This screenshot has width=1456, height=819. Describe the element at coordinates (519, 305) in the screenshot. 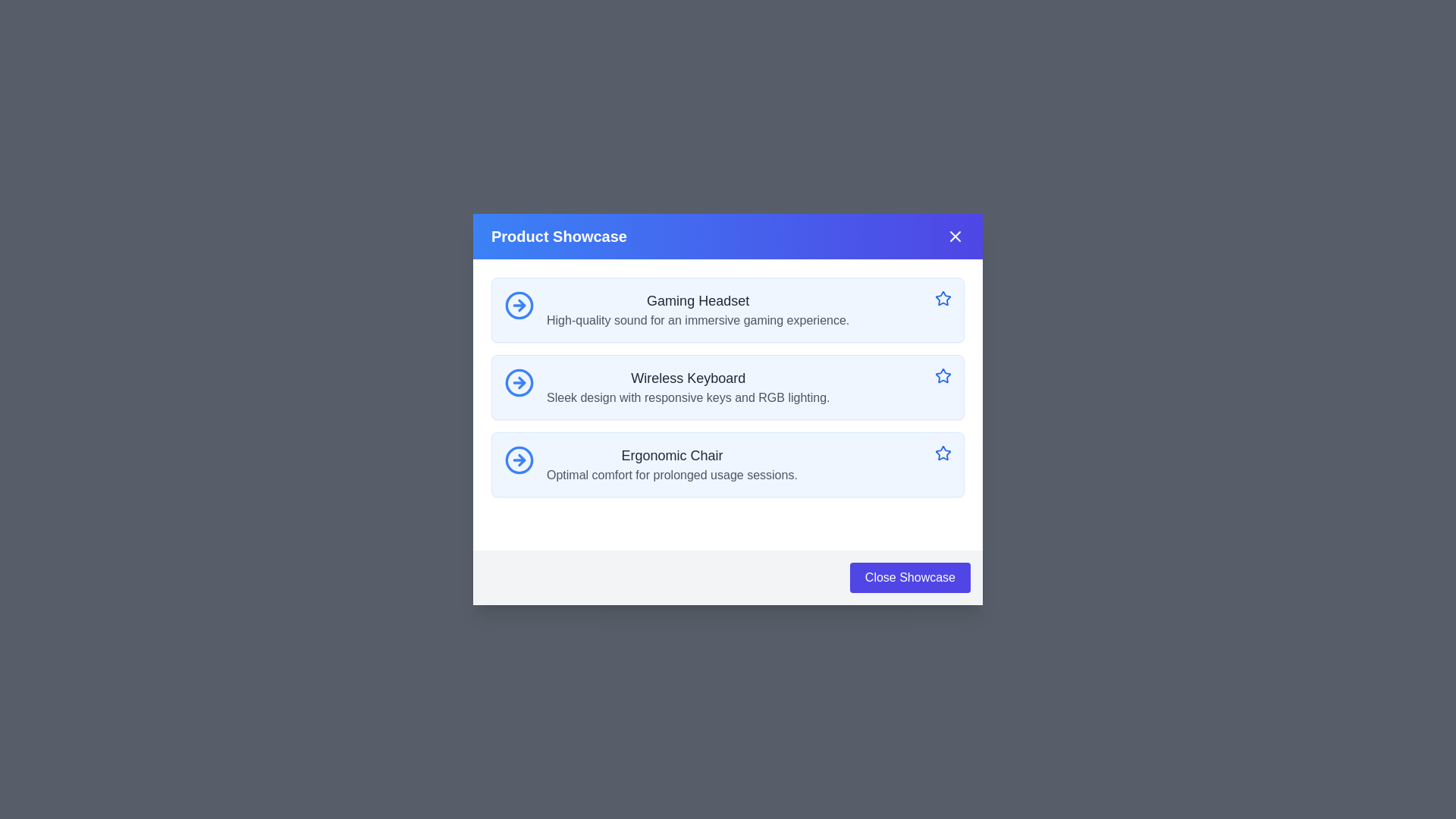

I see `the leftmost icon in the first row that serves as a visual indicator` at that location.